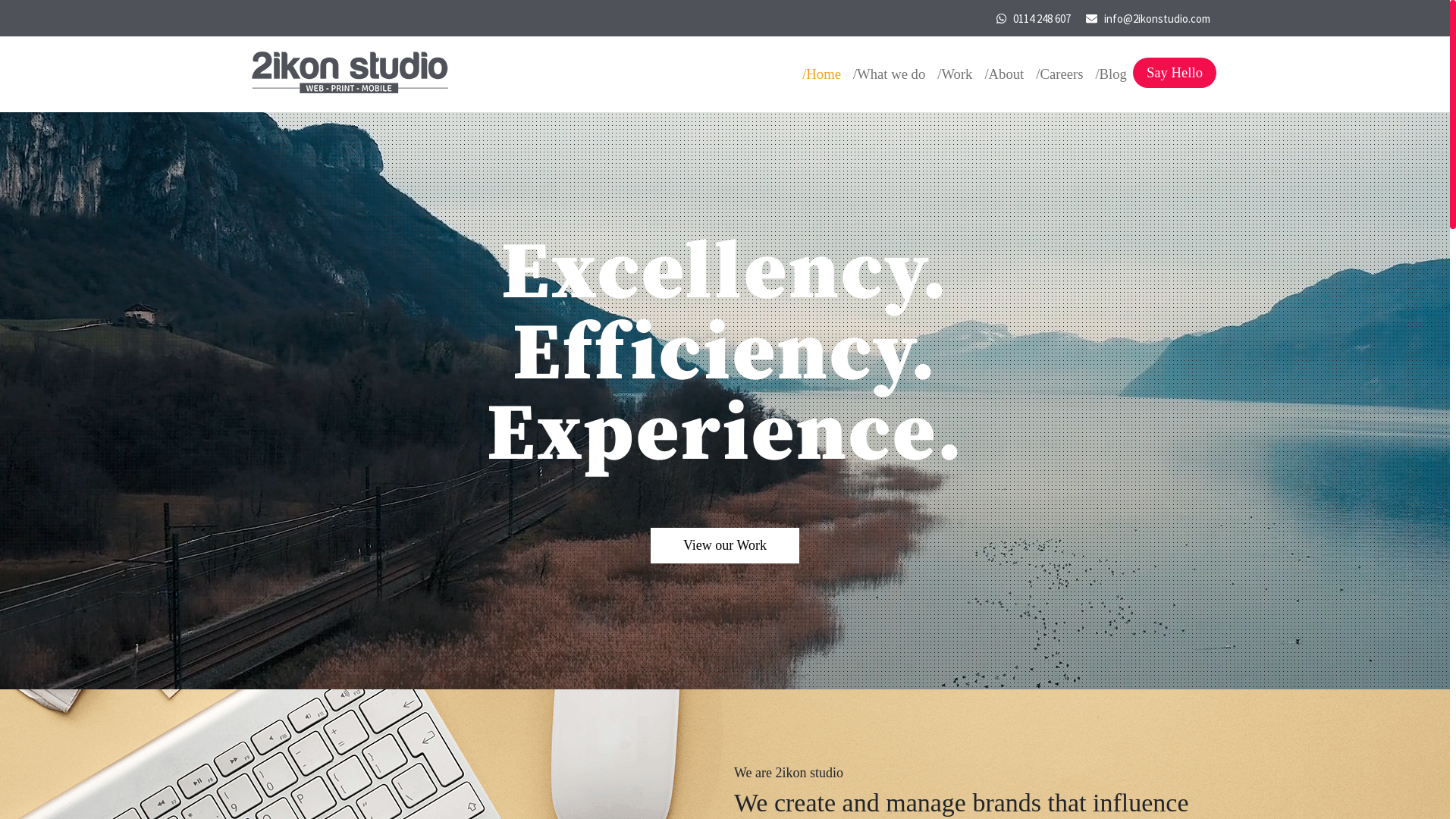 The image size is (1456, 819). I want to click on 'info@2ikonstudio.com', so click(1102, 18).